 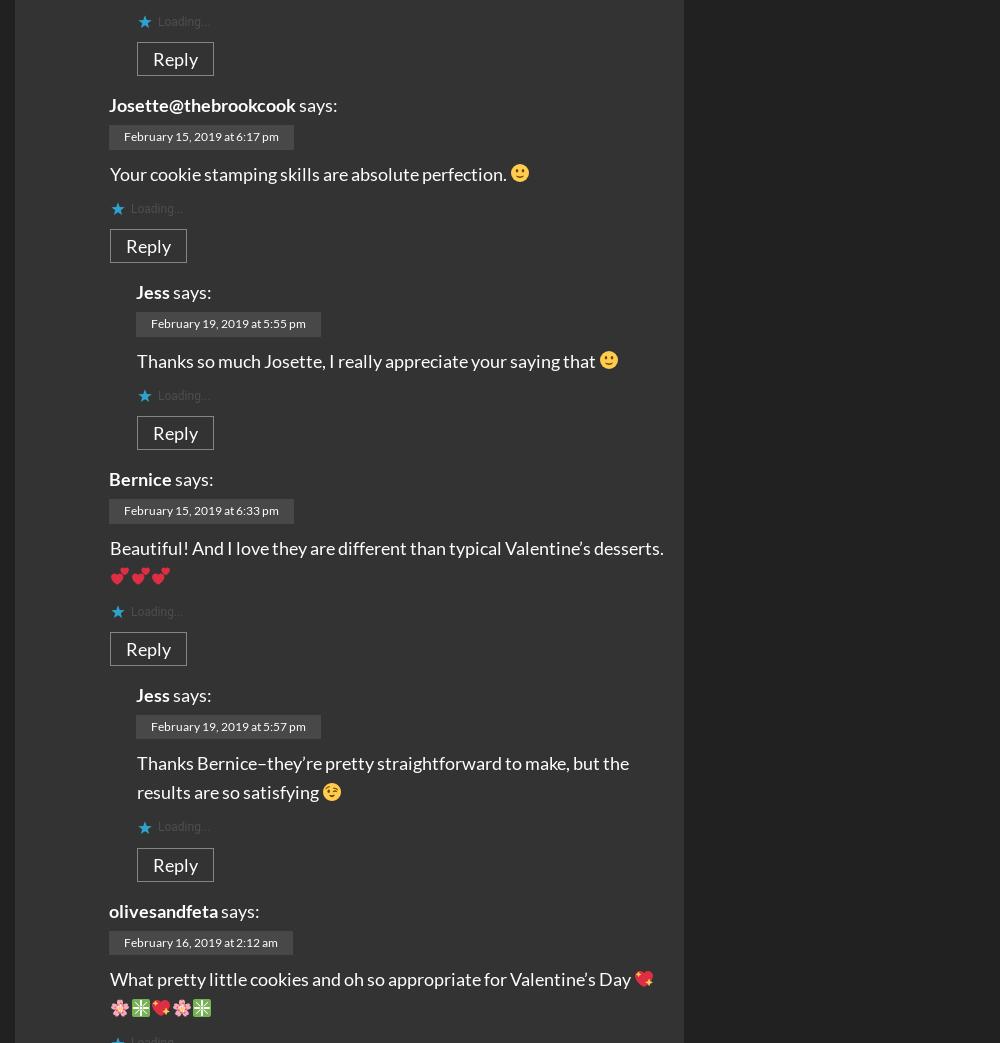 What do you see at coordinates (387, 546) in the screenshot?
I see `'Beautiful! And I love they are different than typical Valentine’s desserts.'` at bounding box center [387, 546].